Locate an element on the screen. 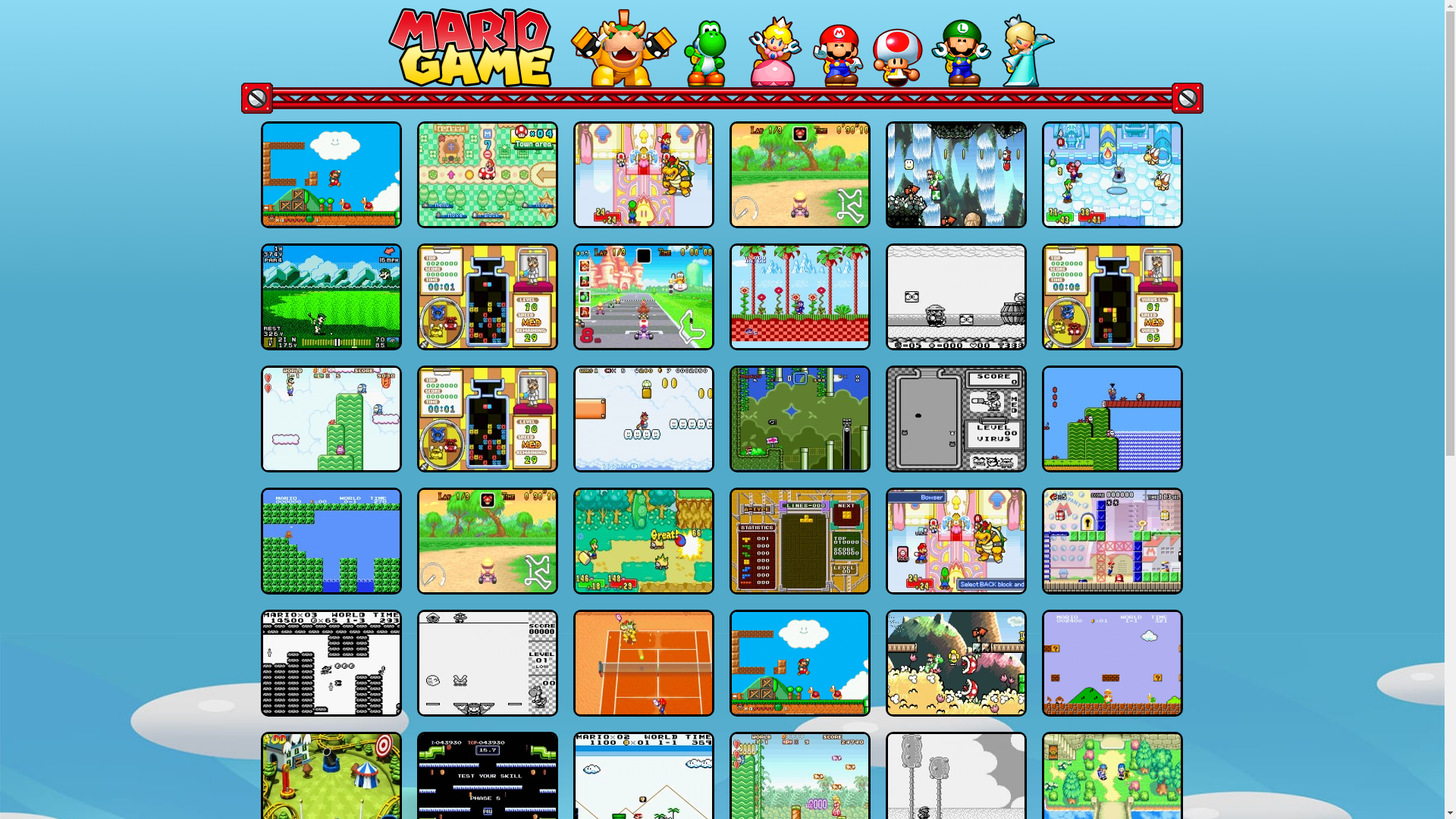  'Dr.Mario & Puzzle League' is located at coordinates (419, 295).